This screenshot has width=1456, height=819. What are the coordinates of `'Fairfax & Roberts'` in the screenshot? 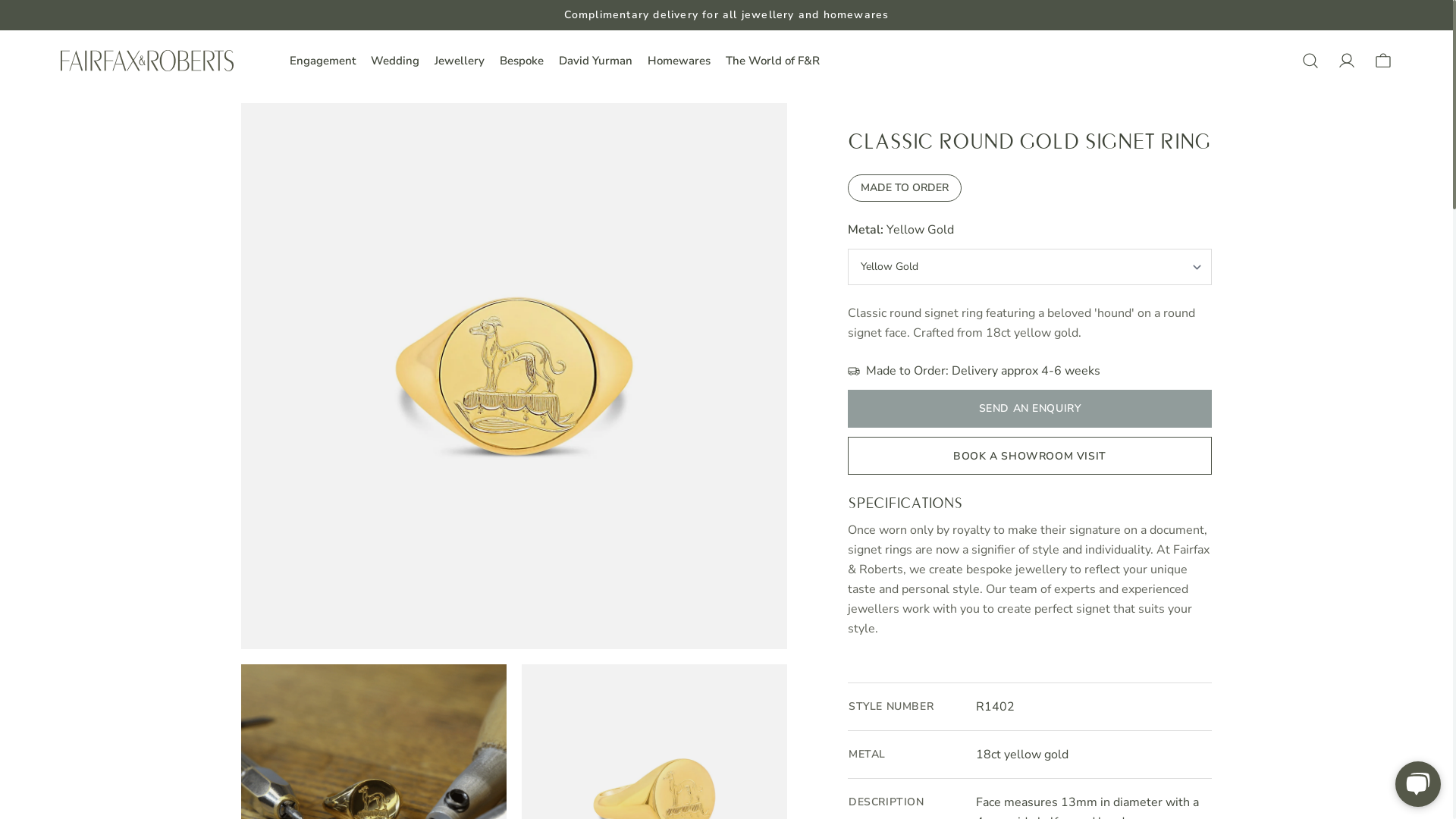 It's located at (146, 60).